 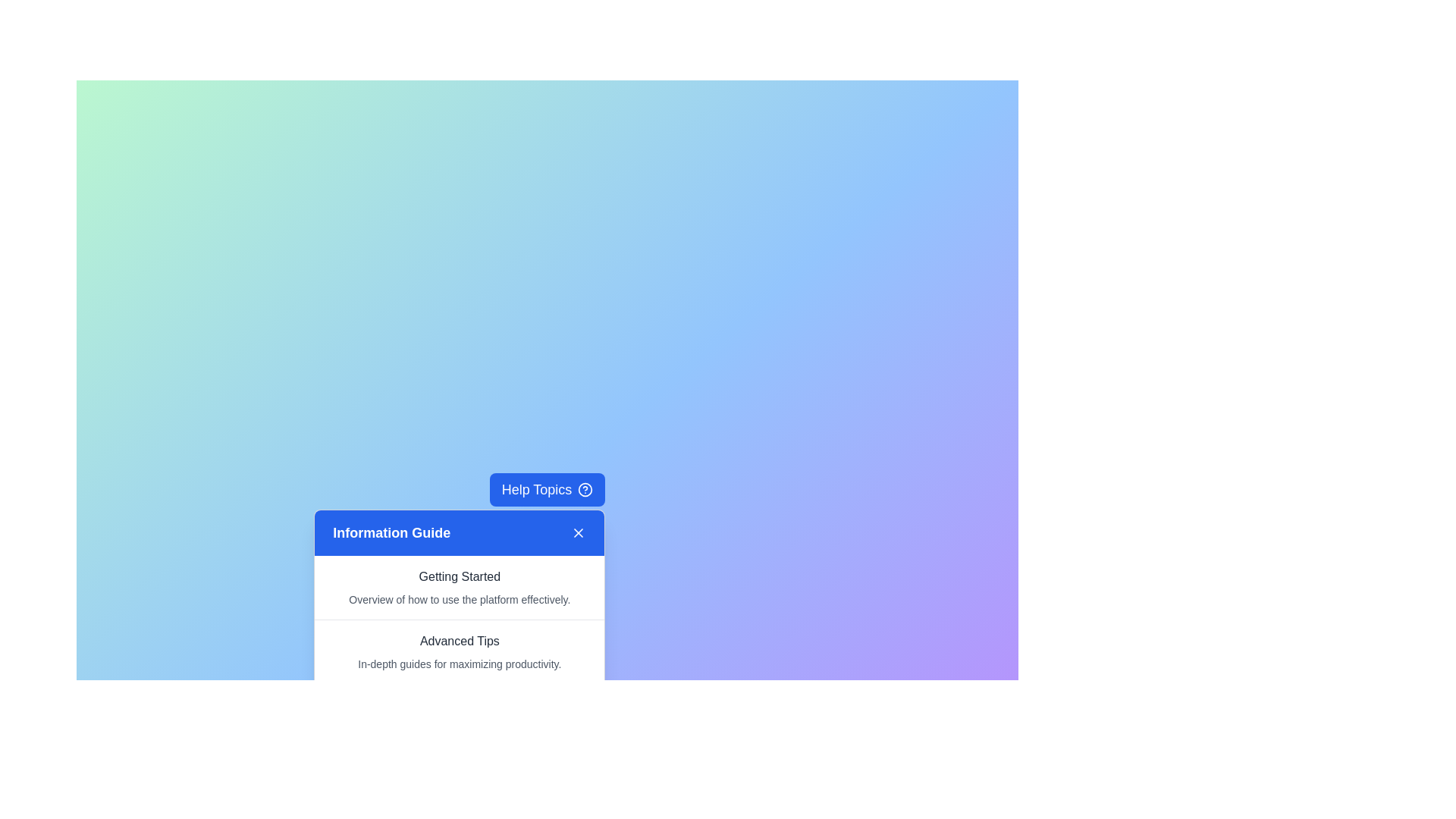 I want to click on descriptive subtitle text located beneath the 'Advanced Tips' heading in the 'Information Guide' popup, so click(x=459, y=663).